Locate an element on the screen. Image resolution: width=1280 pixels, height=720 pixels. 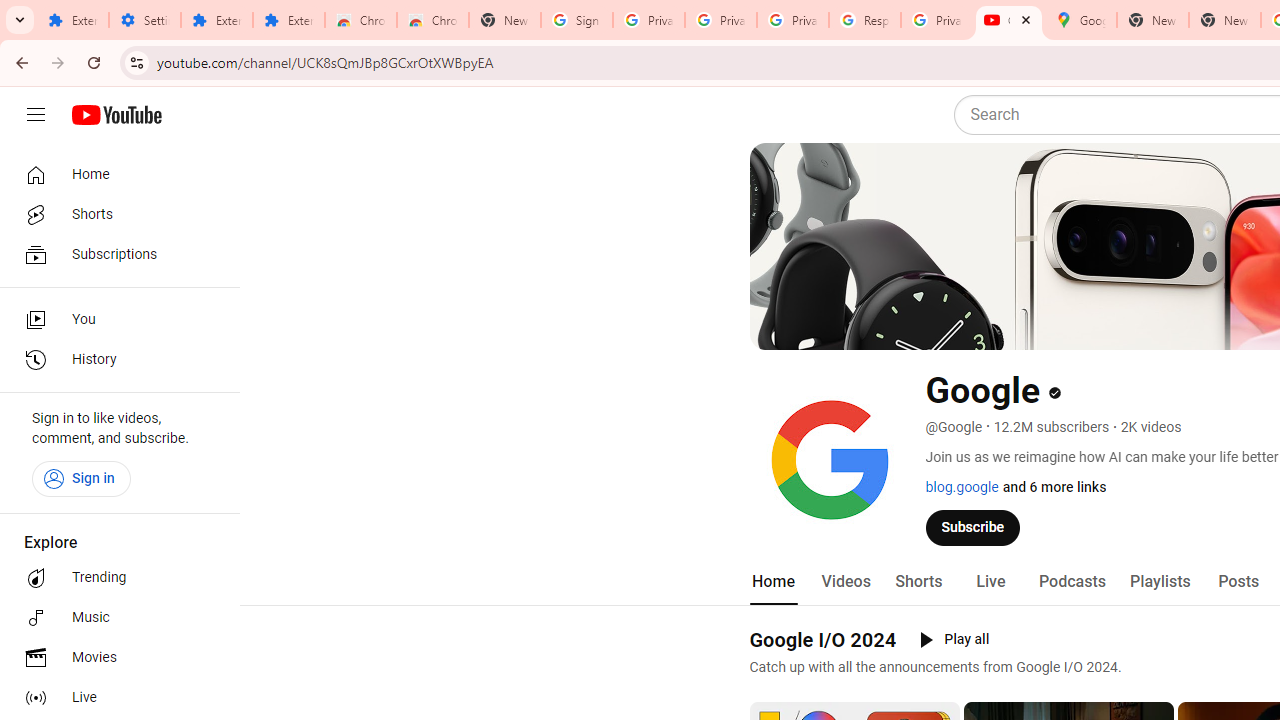
'Reload' is located at coordinates (93, 61).